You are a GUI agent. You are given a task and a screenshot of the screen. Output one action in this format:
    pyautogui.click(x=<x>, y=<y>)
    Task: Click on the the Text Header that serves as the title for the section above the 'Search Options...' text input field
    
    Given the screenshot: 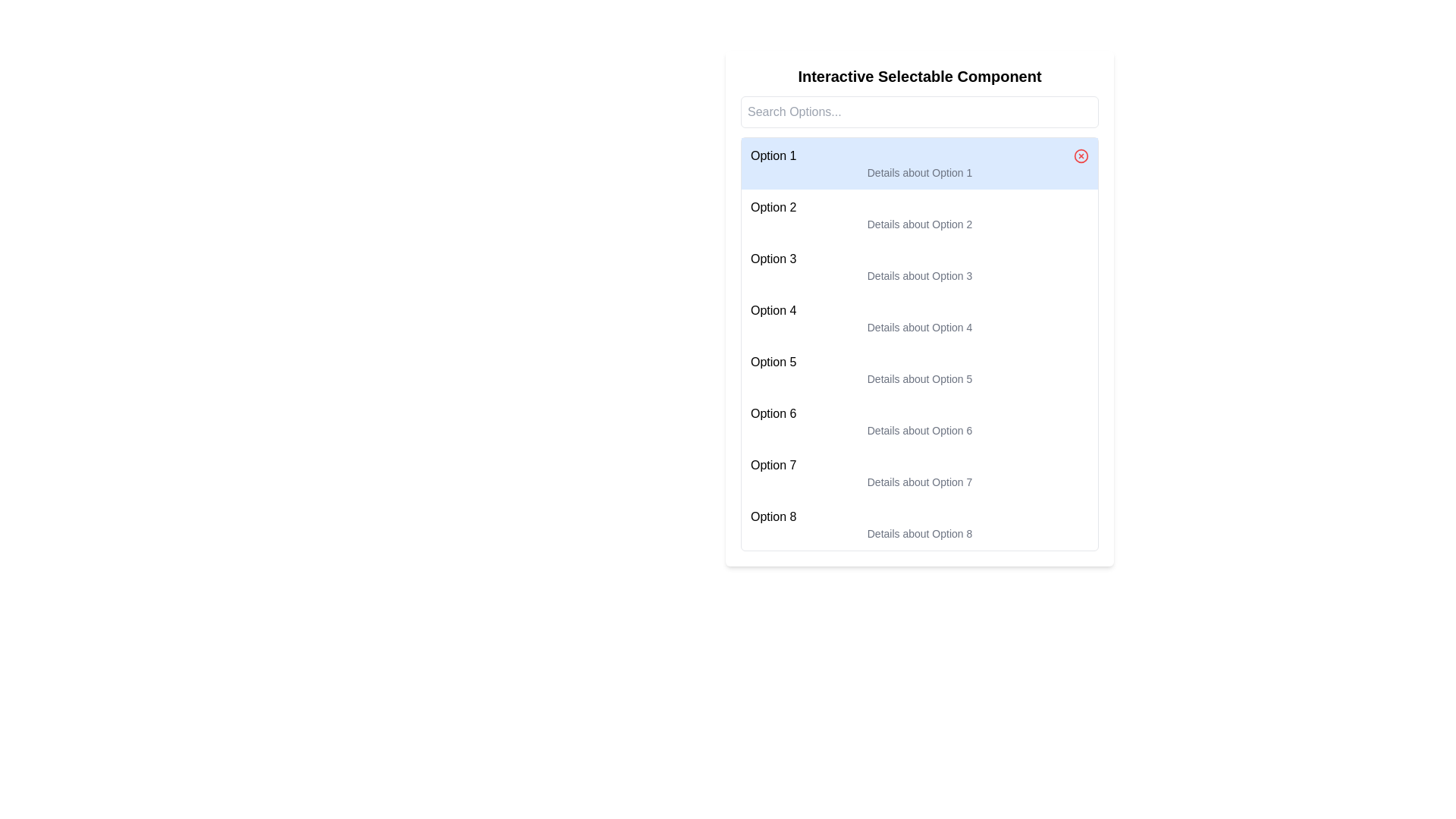 What is the action you would take?
    pyautogui.click(x=919, y=76)
    